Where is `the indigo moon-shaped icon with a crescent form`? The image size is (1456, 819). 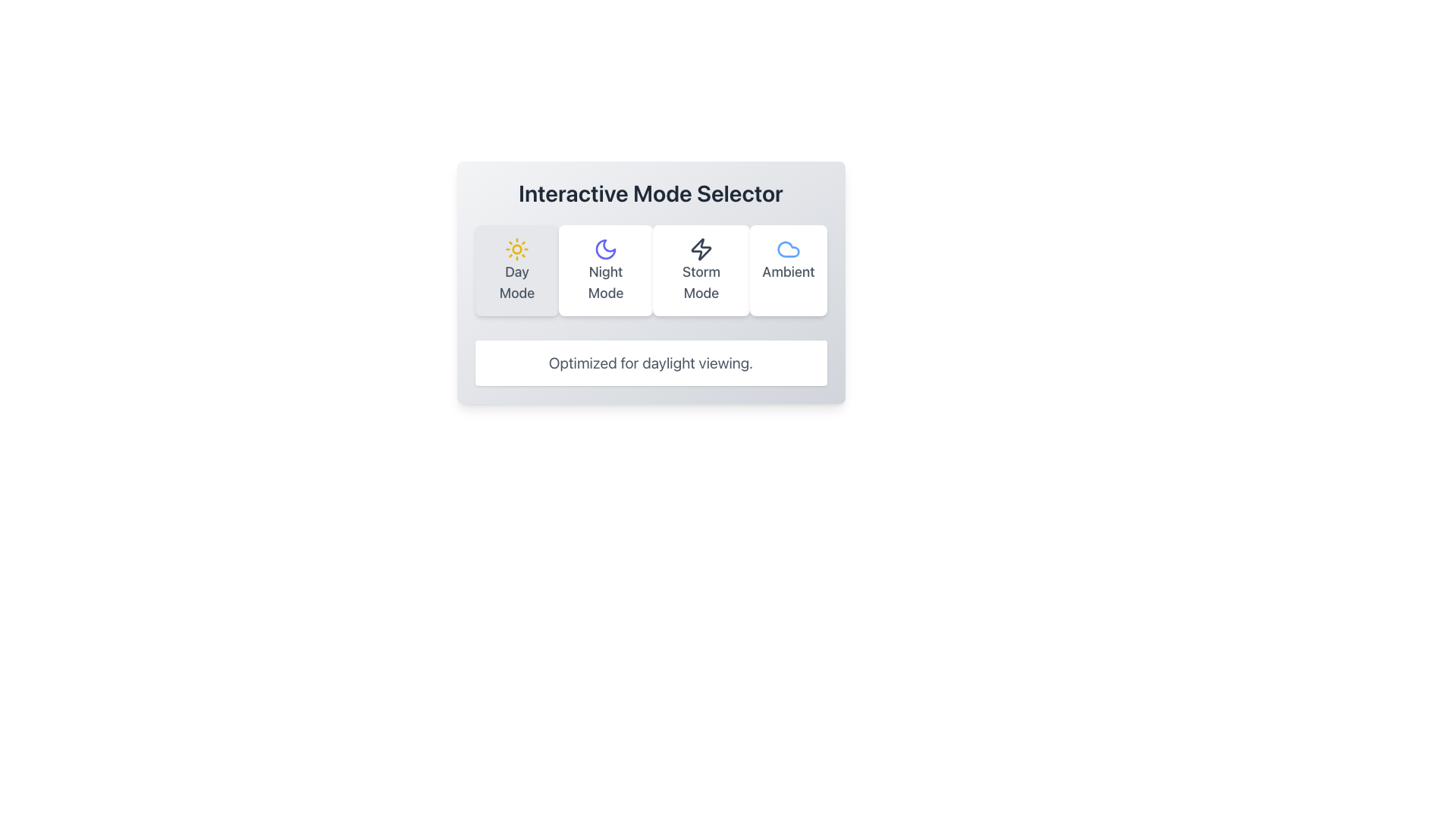
the indigo moon-shaped icon with a crescent form is located at coordinates (605, 248).